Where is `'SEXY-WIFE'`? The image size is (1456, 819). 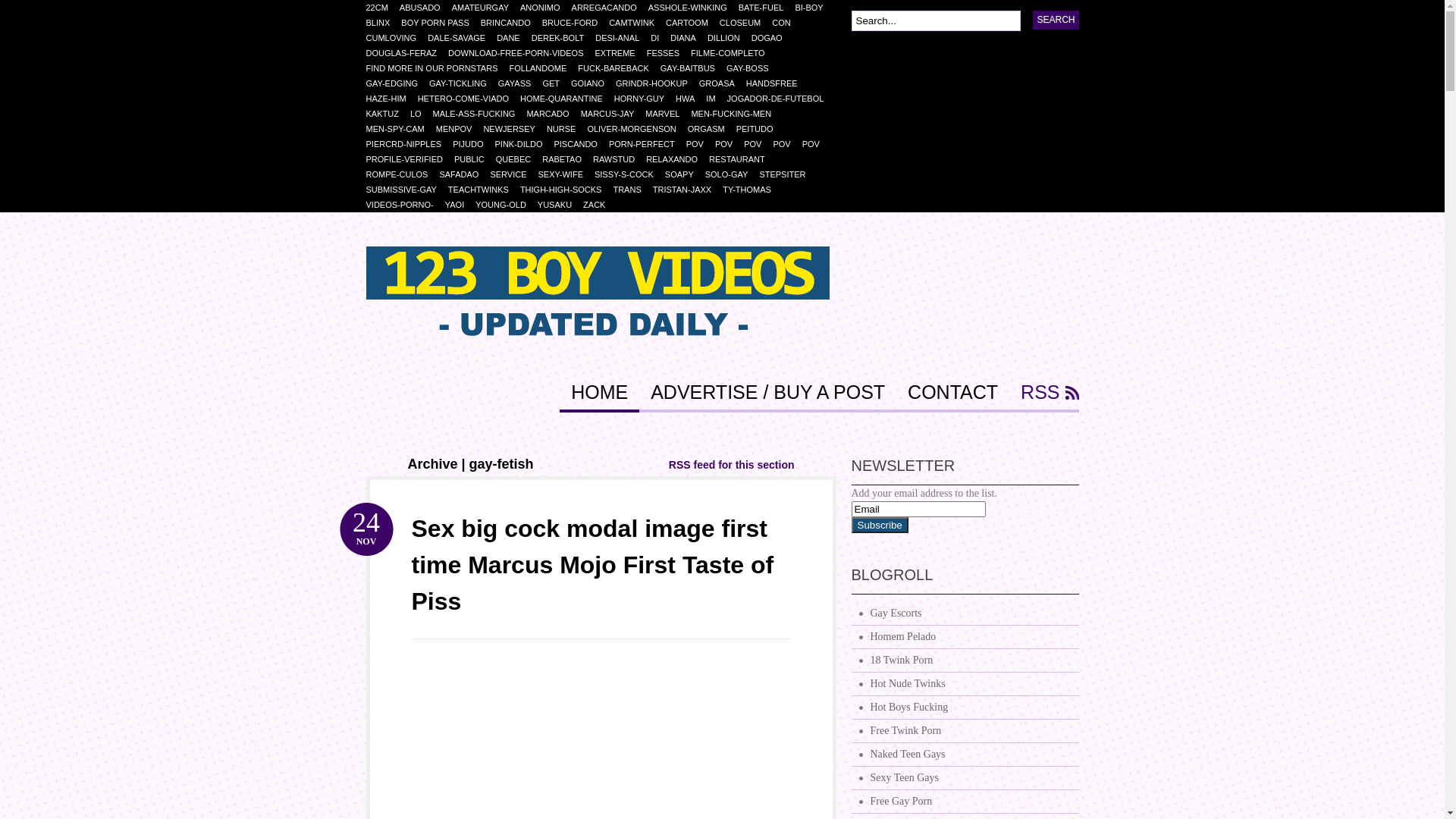 'SEXY-WIFE' is located at coordinates (565, 174).